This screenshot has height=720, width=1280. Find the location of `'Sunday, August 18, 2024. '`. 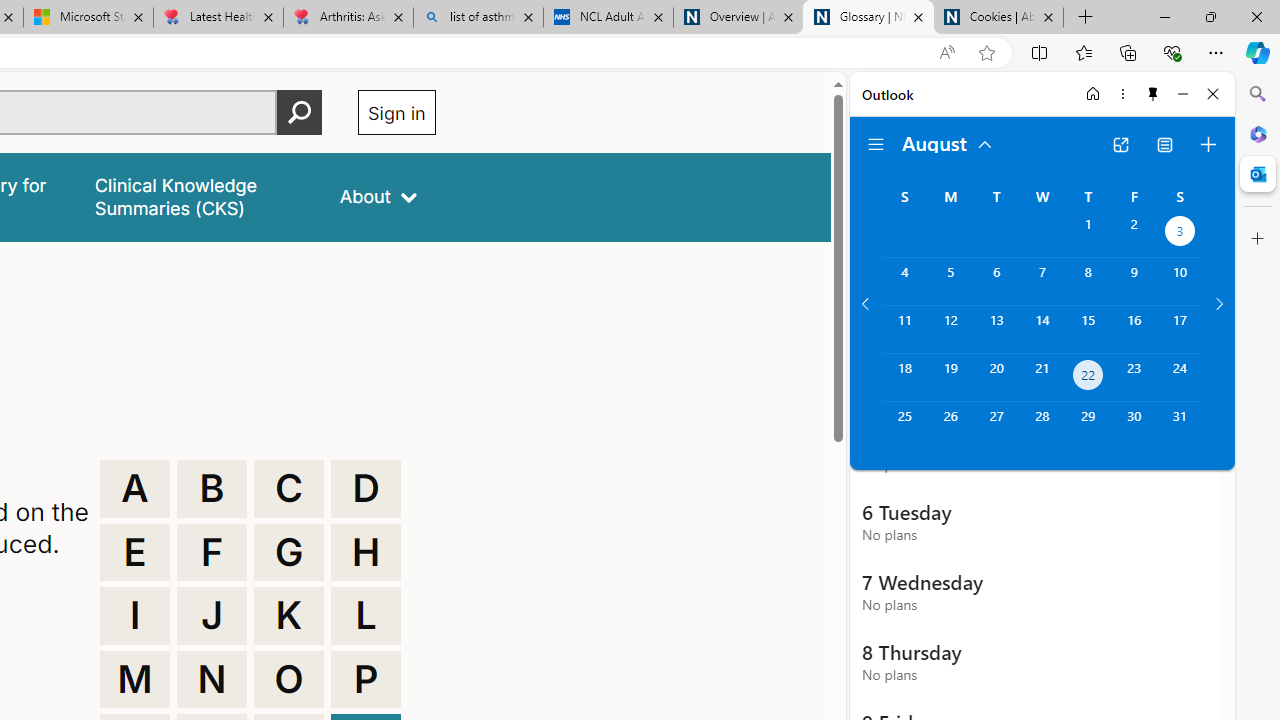

'Sunday, August 18, 2024. ' is located at coordinates (903, 377).